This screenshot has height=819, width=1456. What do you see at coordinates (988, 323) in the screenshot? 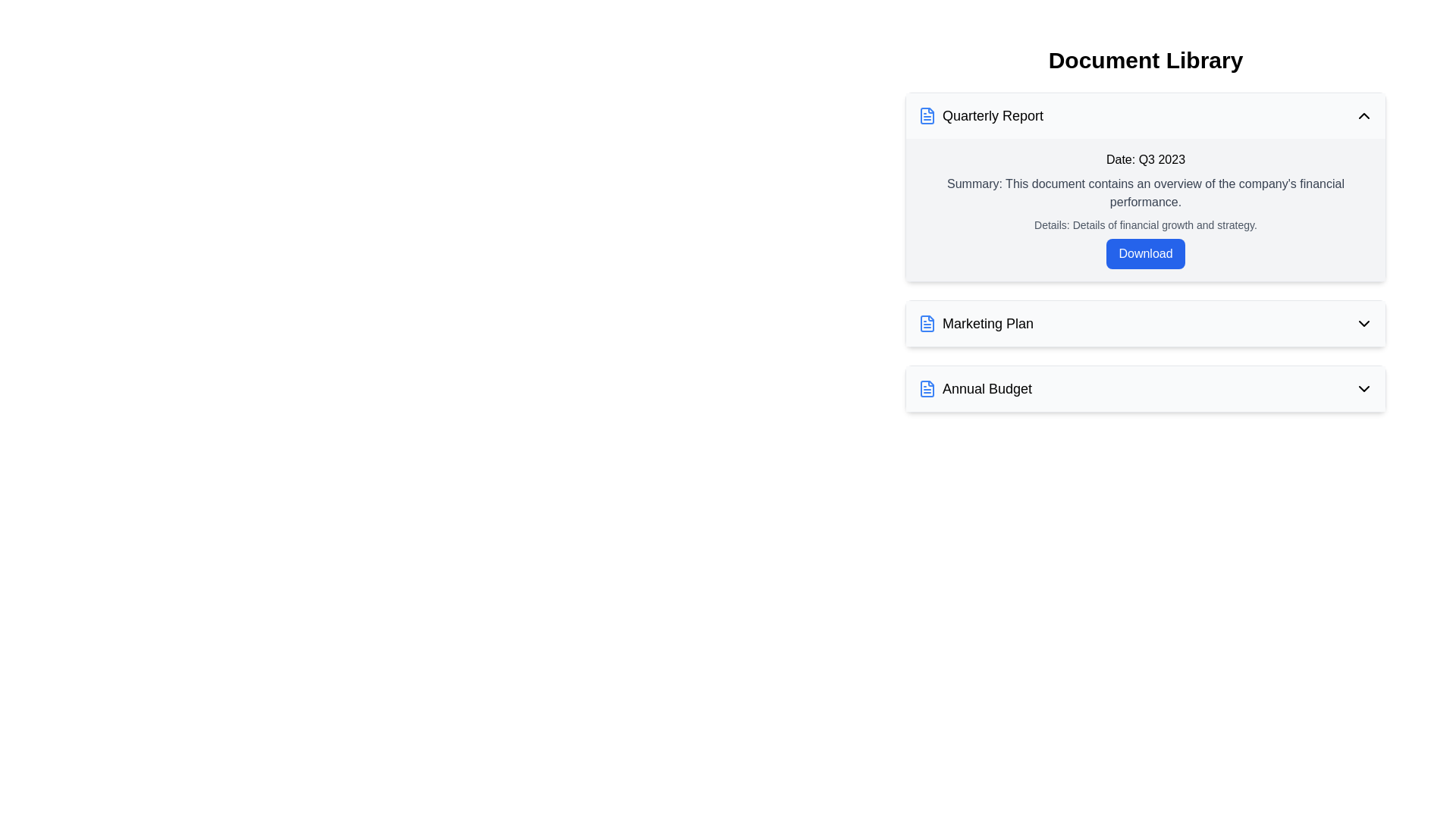
I see `the Text Label that identifies the 'Marketing Plan', which is positioned after the file icon and centrally aligned vertically with it` at bounding box center [988, 323].